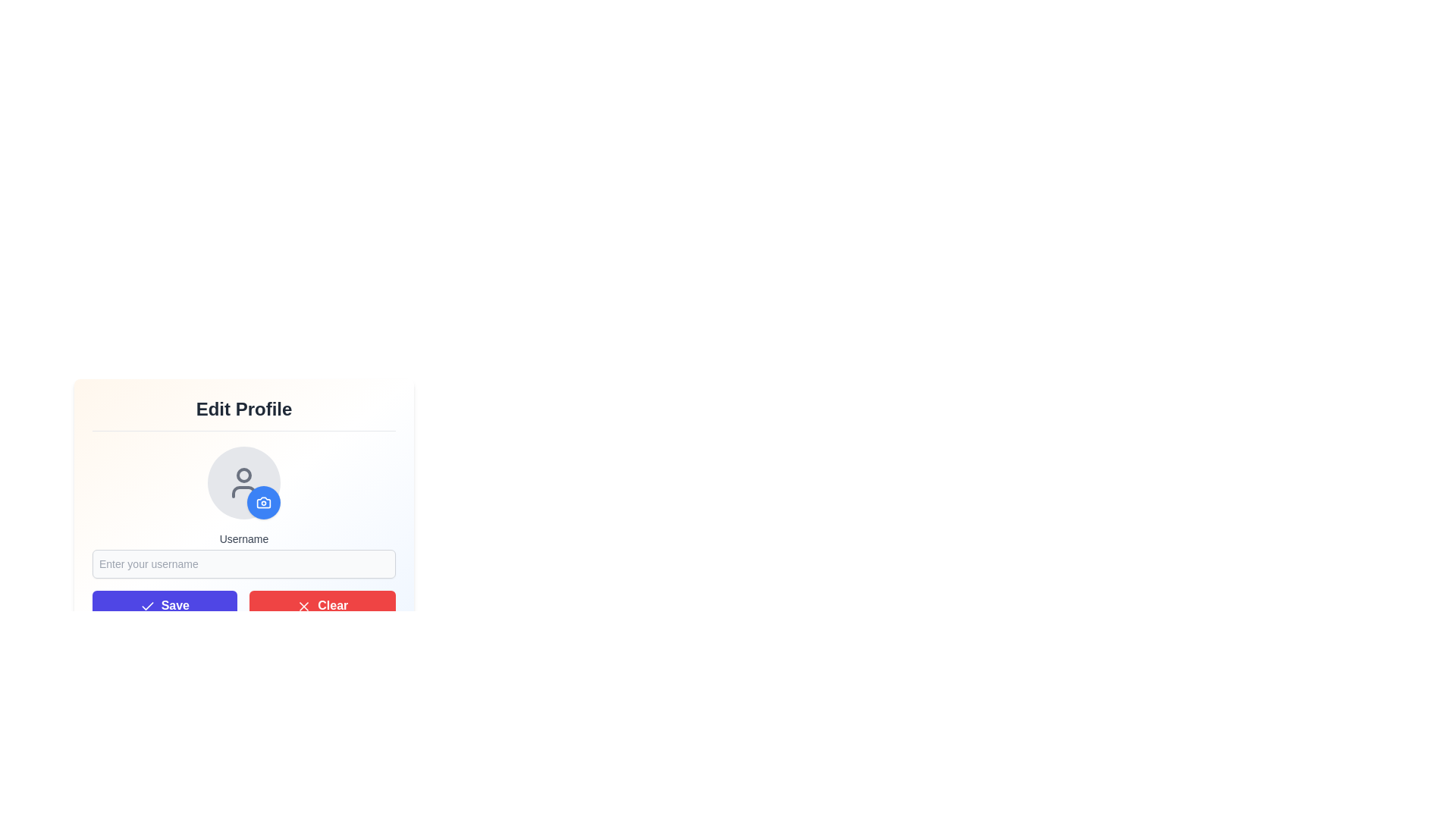  I want to click on 'Username' text label displayed in dark gray color above the input box in the 'Edit Profile' section for guidance, so click(243, 538).